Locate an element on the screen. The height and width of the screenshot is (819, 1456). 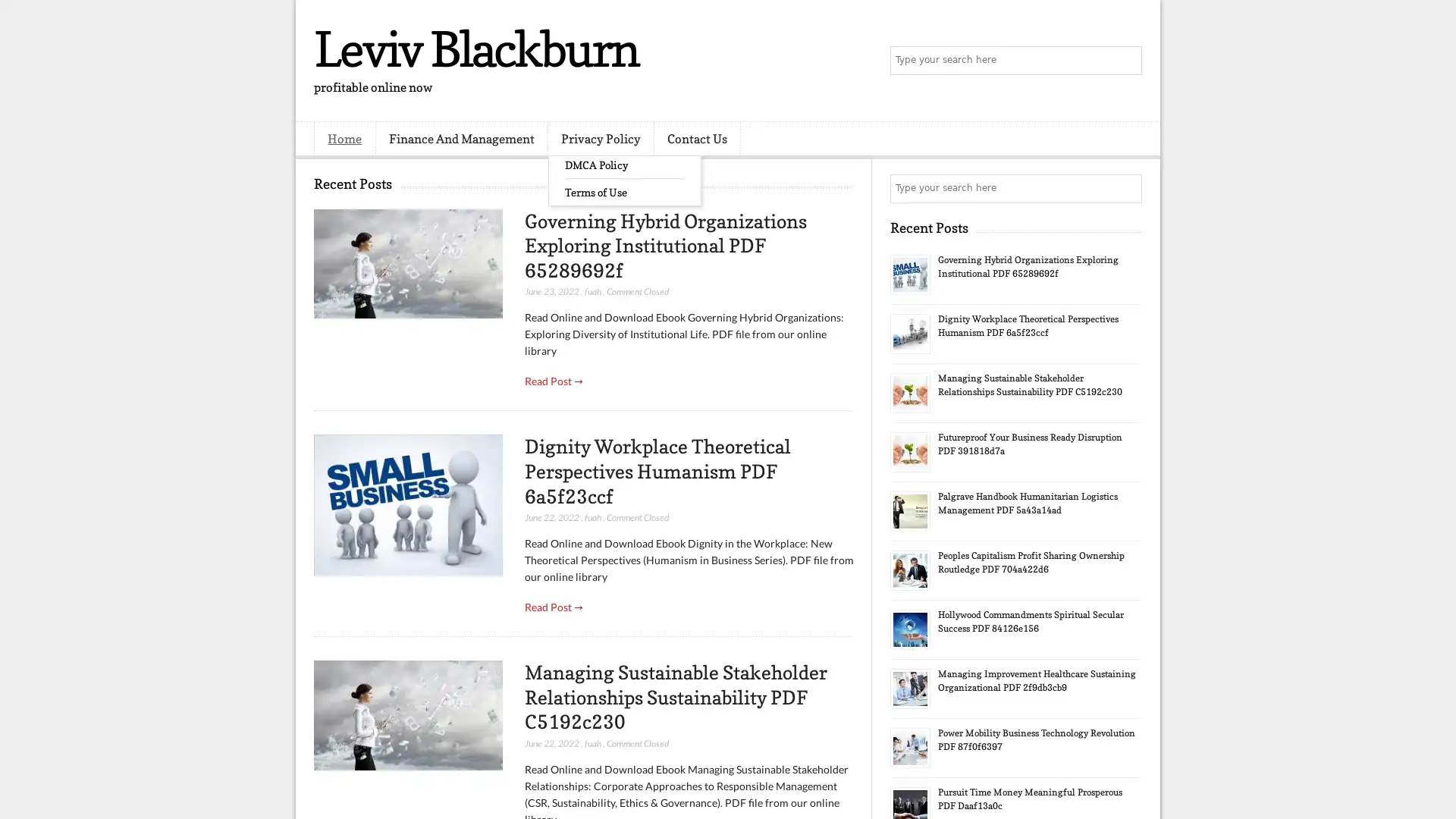
Search is located at coordinates (1126, 188).